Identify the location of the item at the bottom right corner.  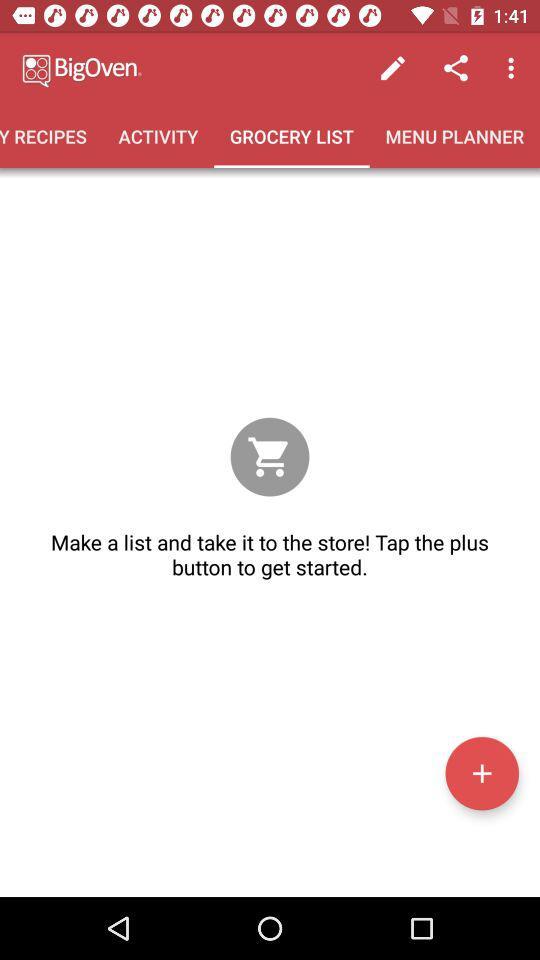
(481, 772).